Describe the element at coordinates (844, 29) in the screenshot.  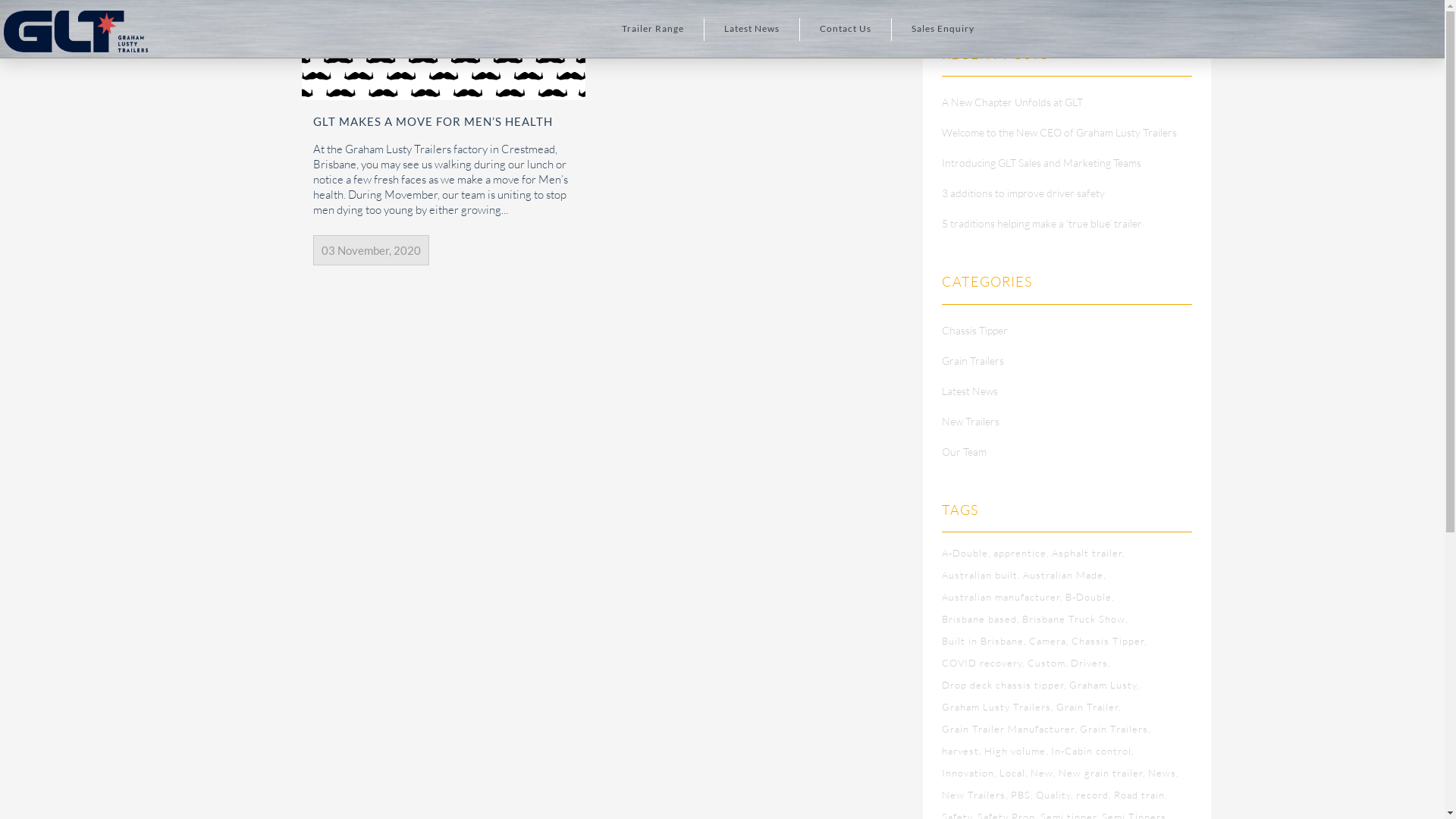
I see `'Contact Us'` at that location.